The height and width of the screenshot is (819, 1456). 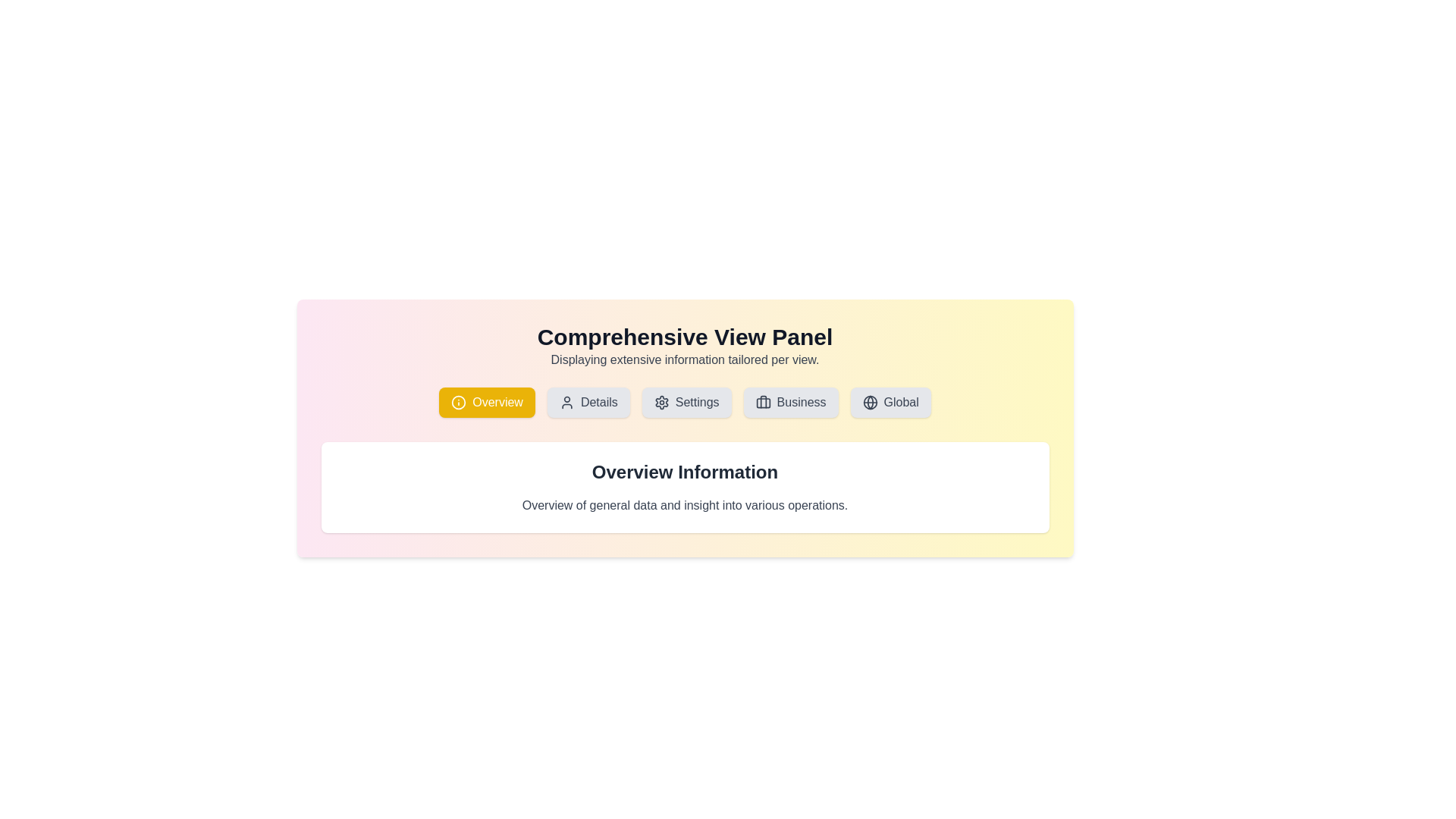 I want to click on the user icon which is part of the 'Details' button in the navigation bar, positioned to the left of the text 'Details', so click(x=566, y=402).